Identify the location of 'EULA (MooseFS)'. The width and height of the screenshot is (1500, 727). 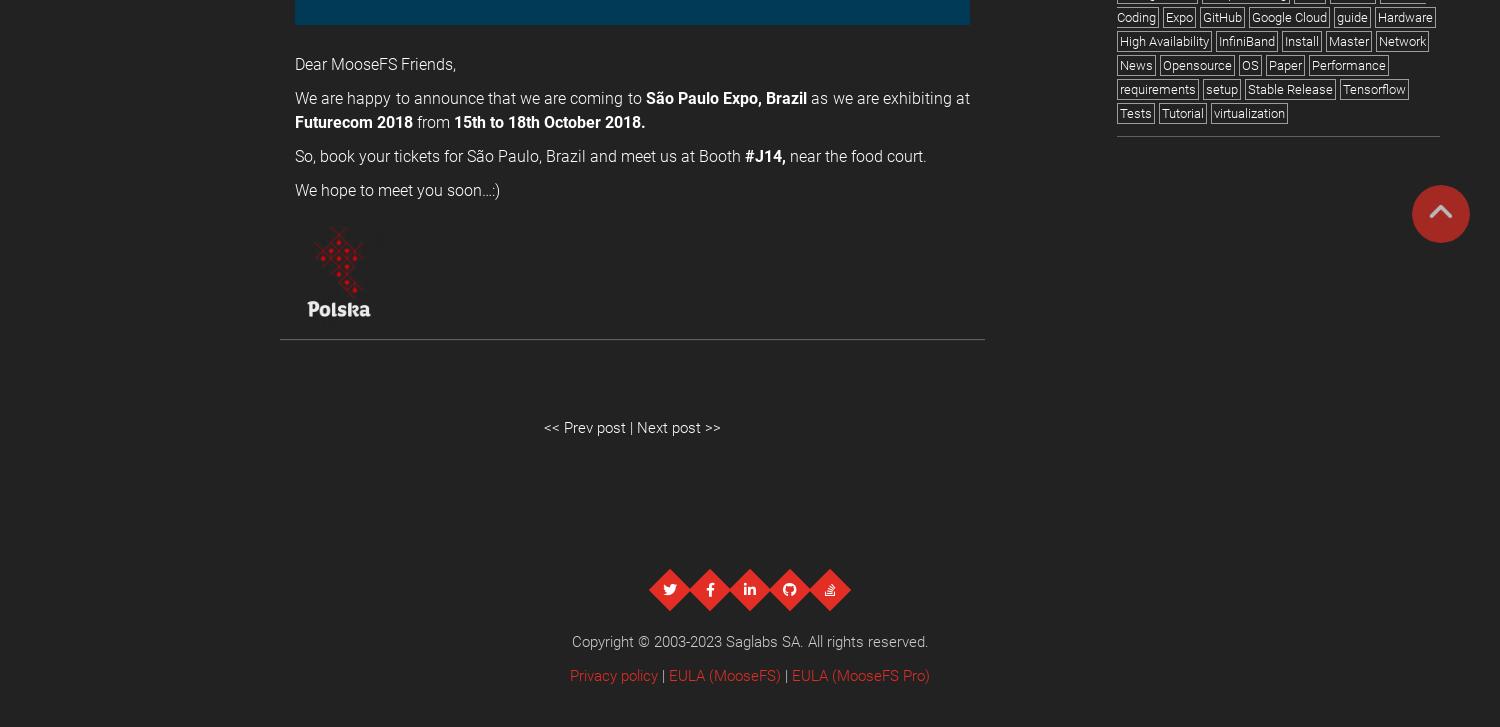
(669, 674).